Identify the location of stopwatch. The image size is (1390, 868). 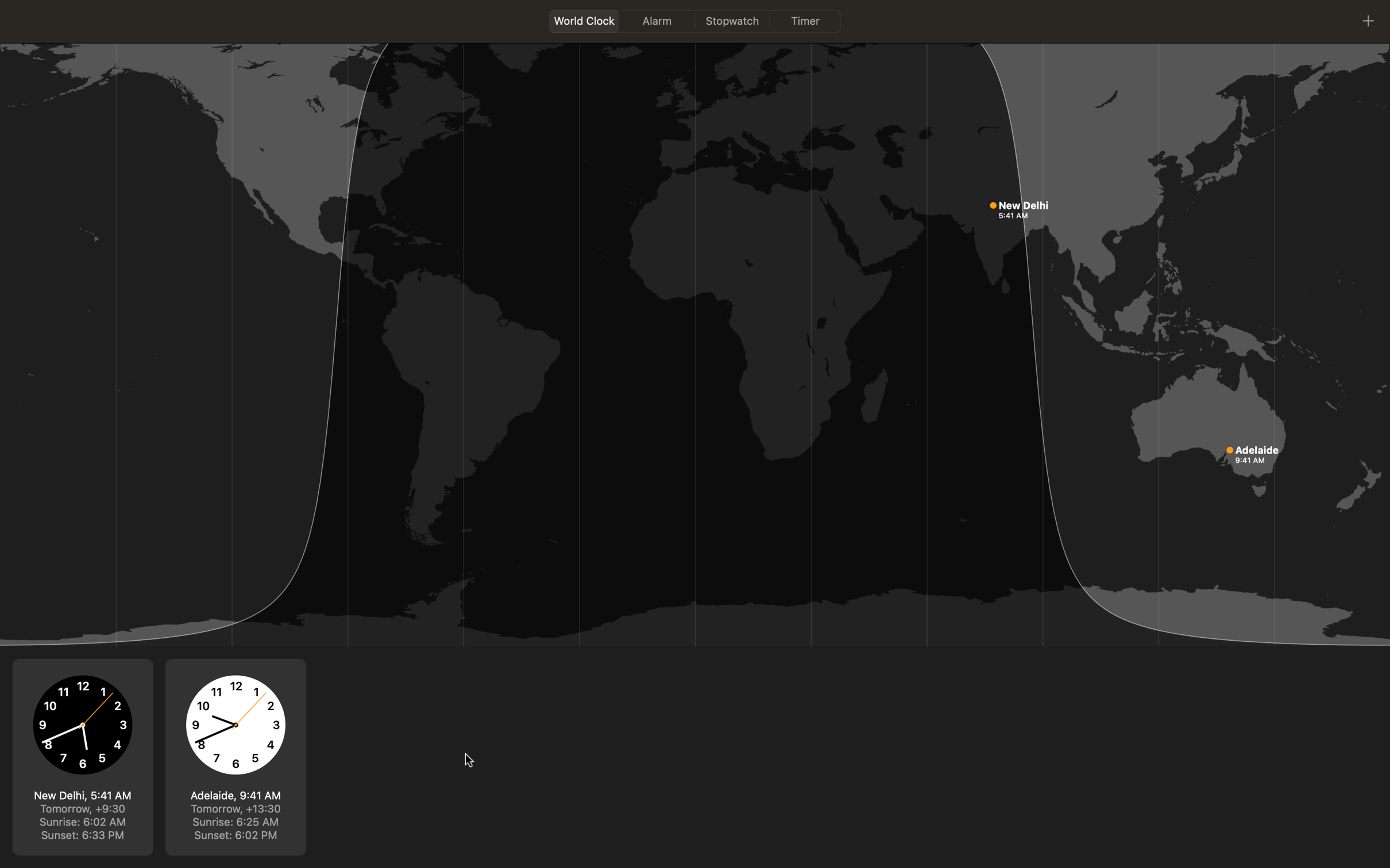
(733, 20).